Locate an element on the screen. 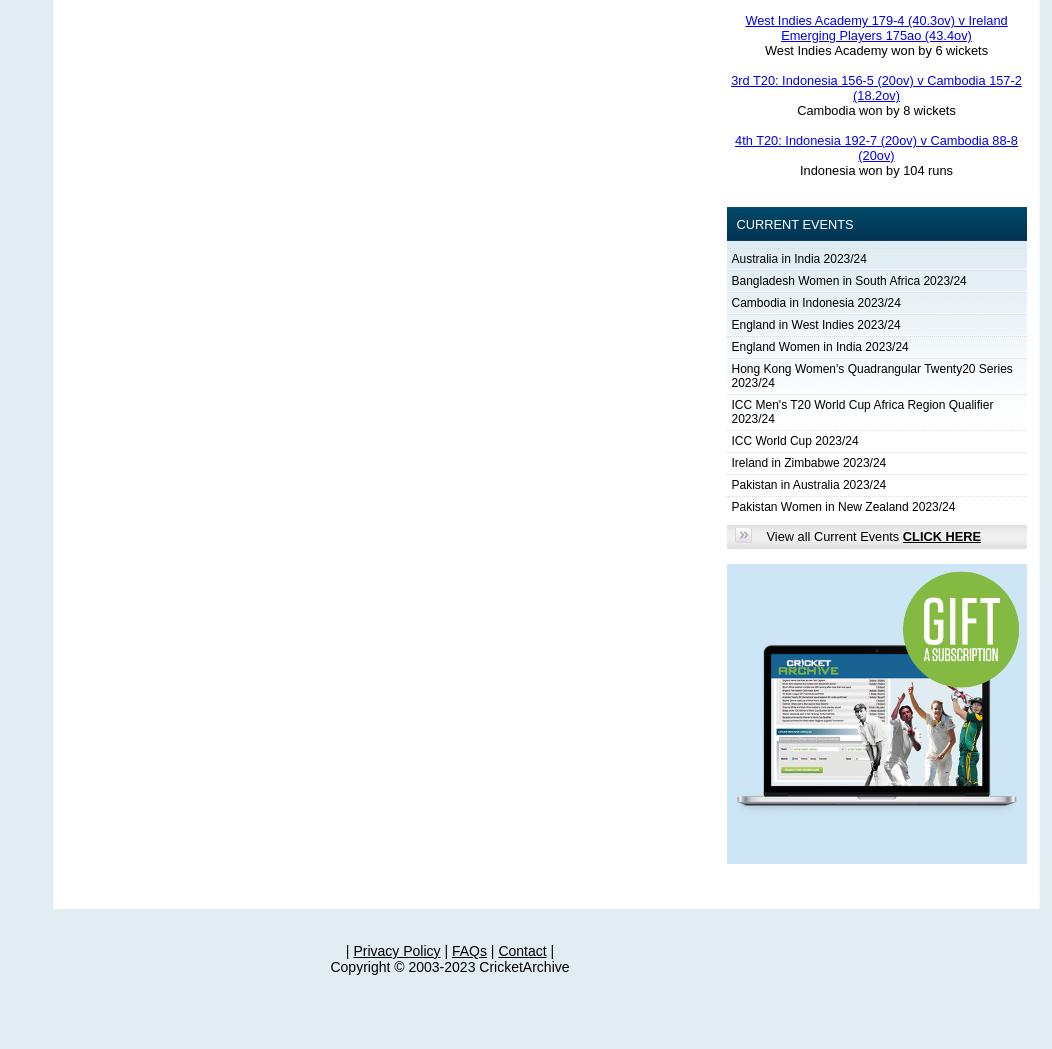  'England Women in India 2023/24' is located at coordinates (819, 346).